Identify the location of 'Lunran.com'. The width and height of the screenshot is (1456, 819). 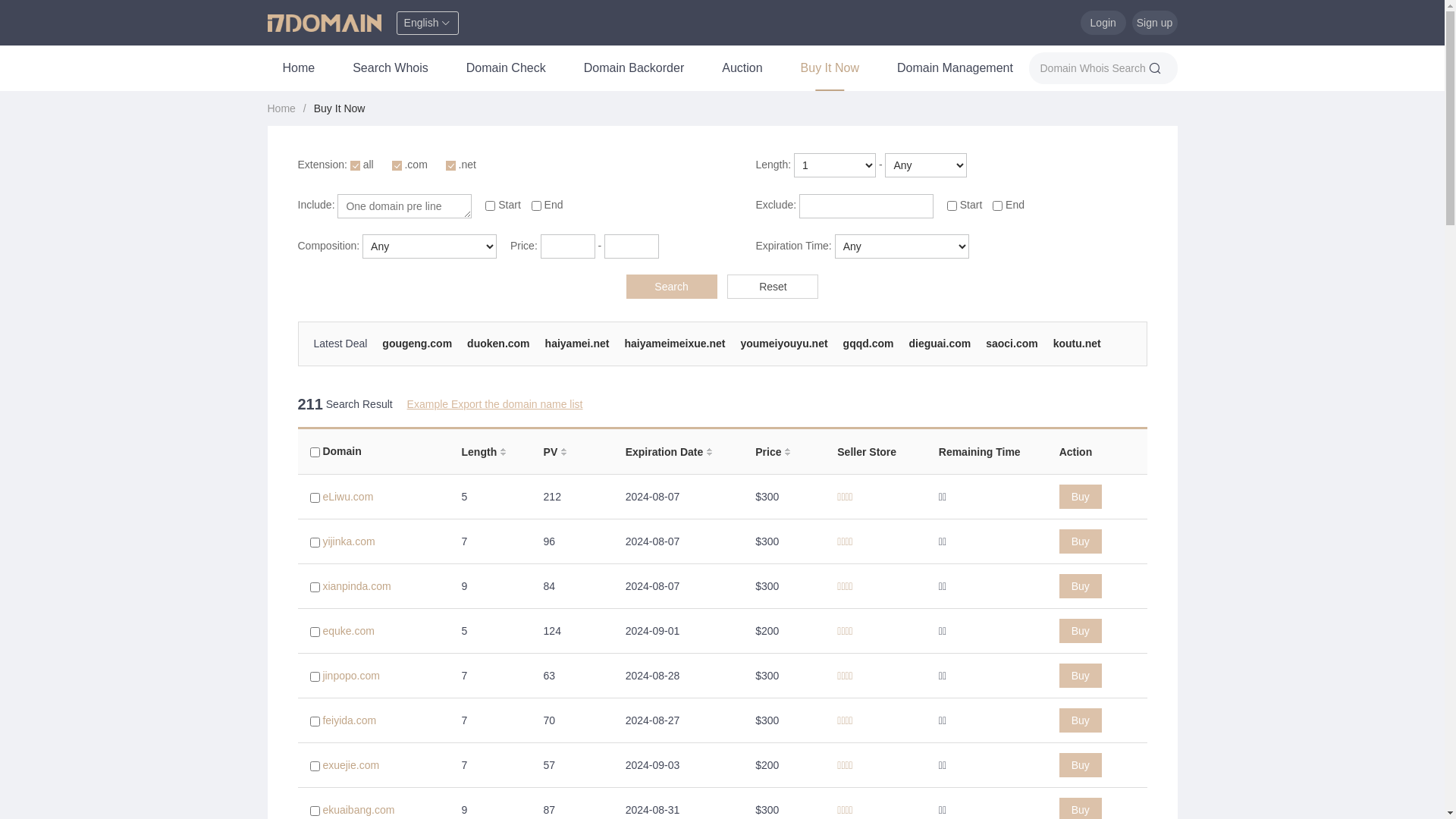
(344, 356).